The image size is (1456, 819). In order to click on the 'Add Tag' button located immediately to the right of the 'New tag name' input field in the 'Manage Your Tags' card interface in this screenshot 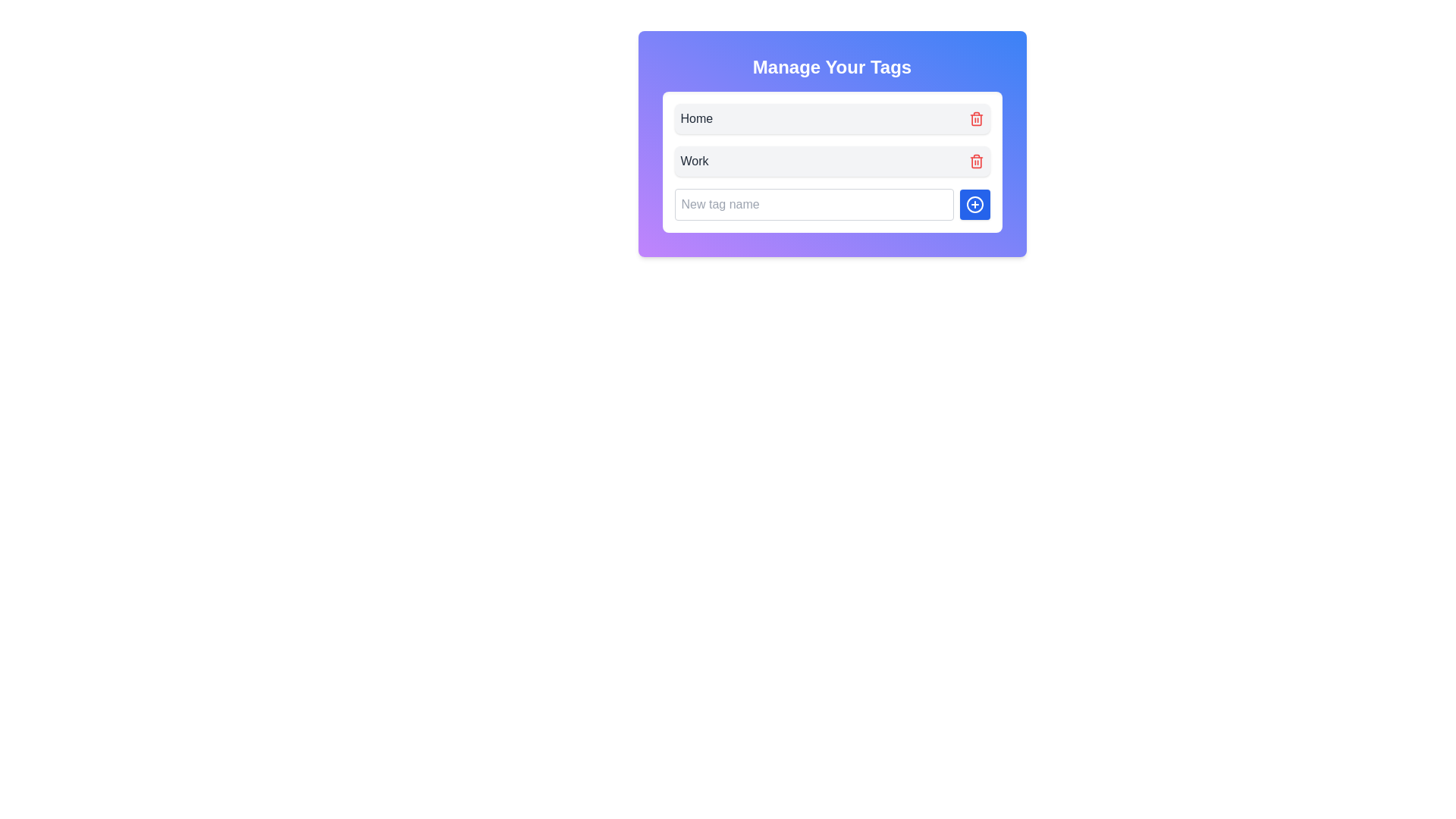, I will do `click(974, 205)`.